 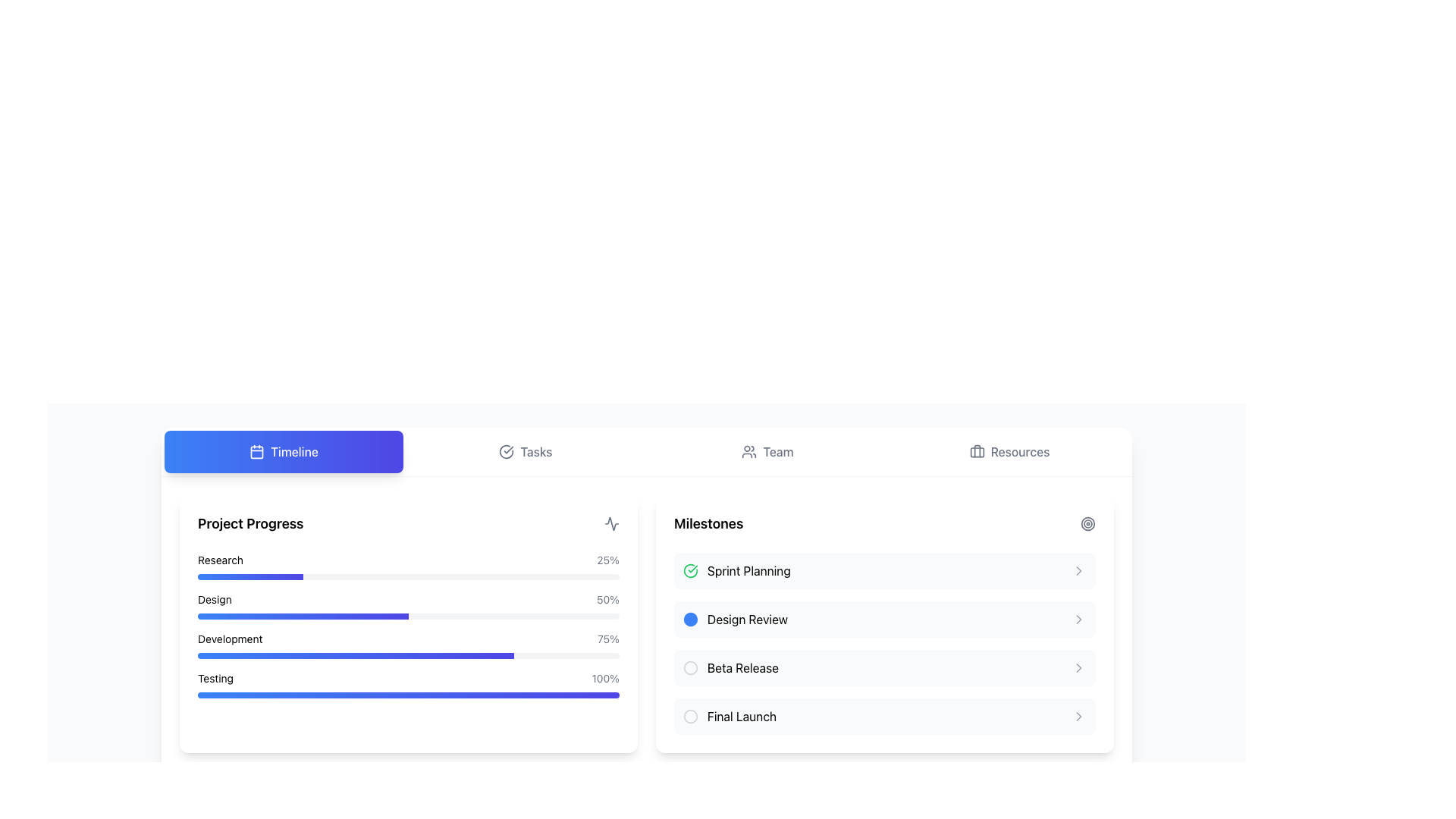 What do you see at coordinates (303, 617) in the screenshot?
I see `the progress indicator bar representing the 'Design' task, which shows 50% completion, located in the middle section of the 'Project Progress' card` at bounding box center [303, 617].